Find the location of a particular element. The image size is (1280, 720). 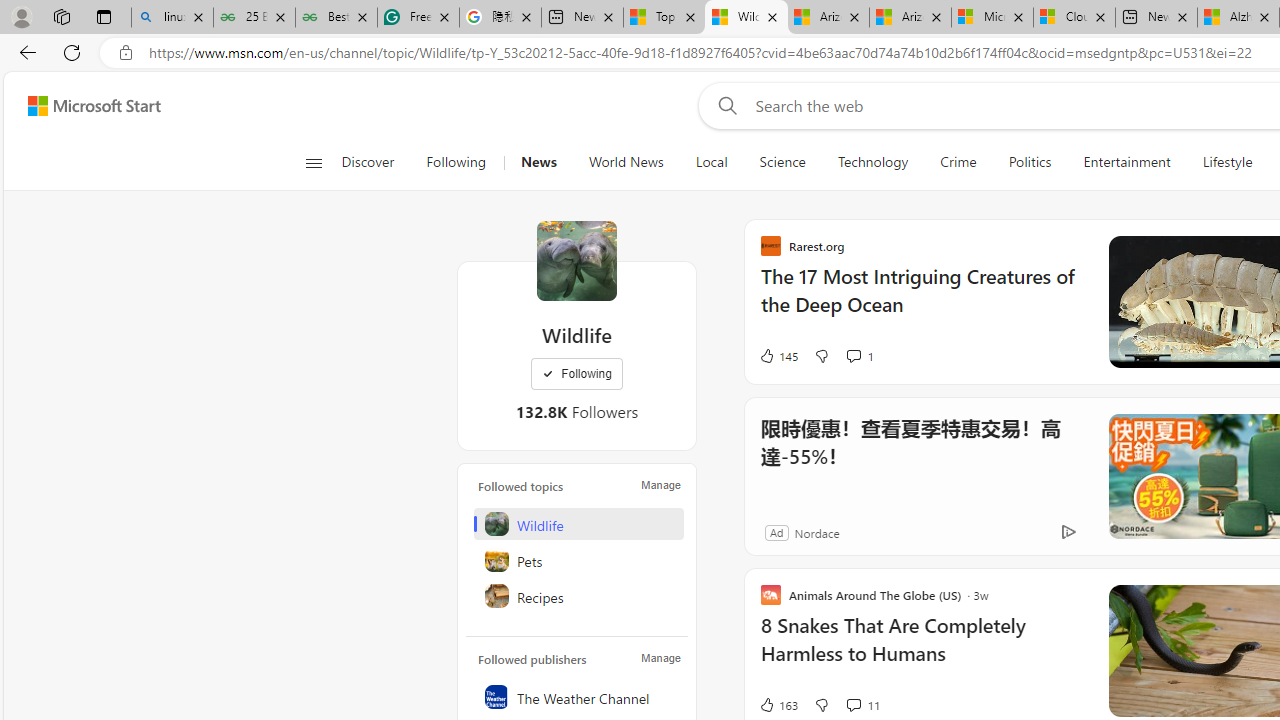

'Free AI Writing Assistance for Students | Grammarly' is located at coordinates (417, 17).